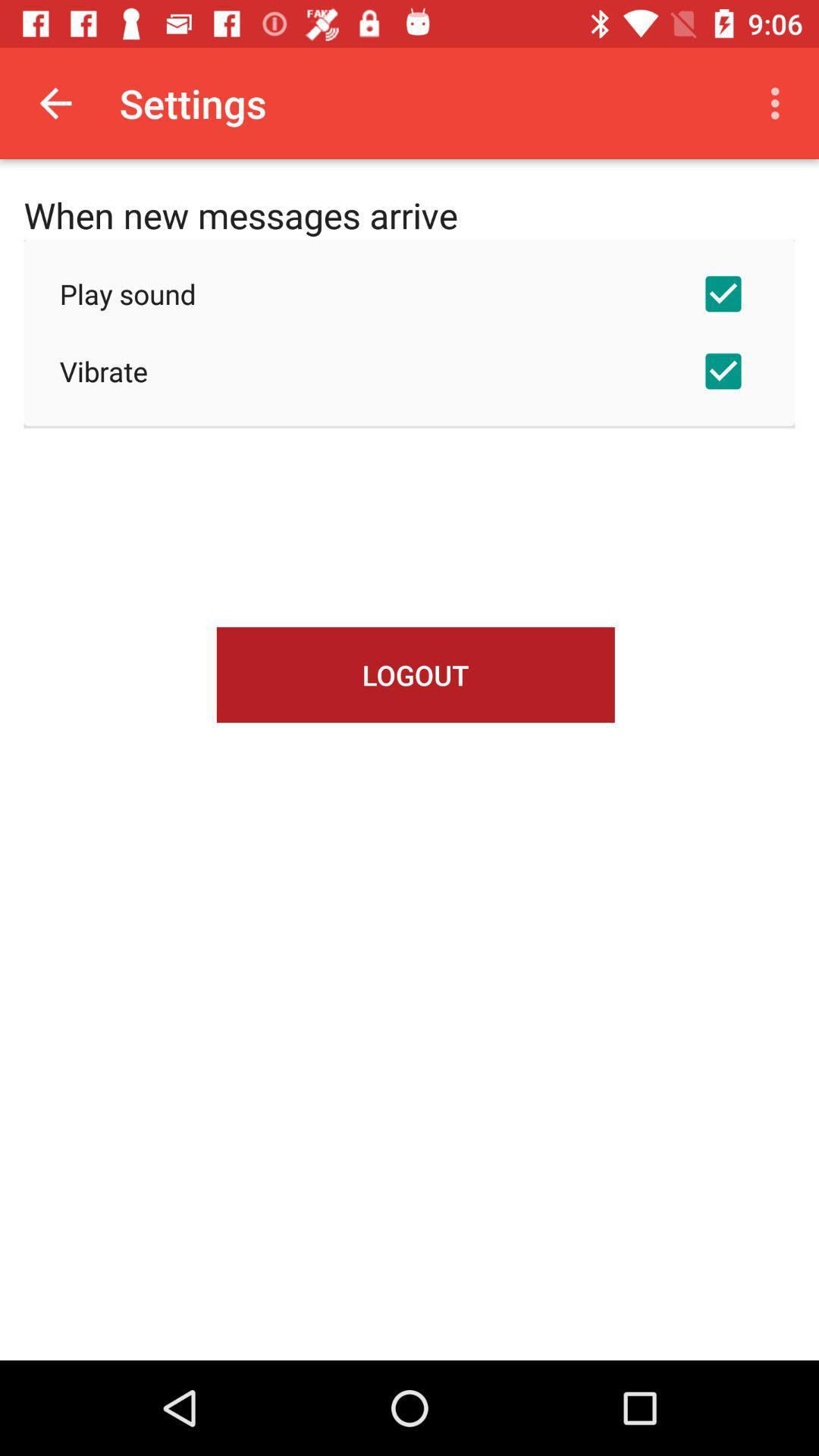 The image size is (819, 1456). Describe the element at coordinates (416, 674) in the screenshot. I see `the item at the center` at that location.